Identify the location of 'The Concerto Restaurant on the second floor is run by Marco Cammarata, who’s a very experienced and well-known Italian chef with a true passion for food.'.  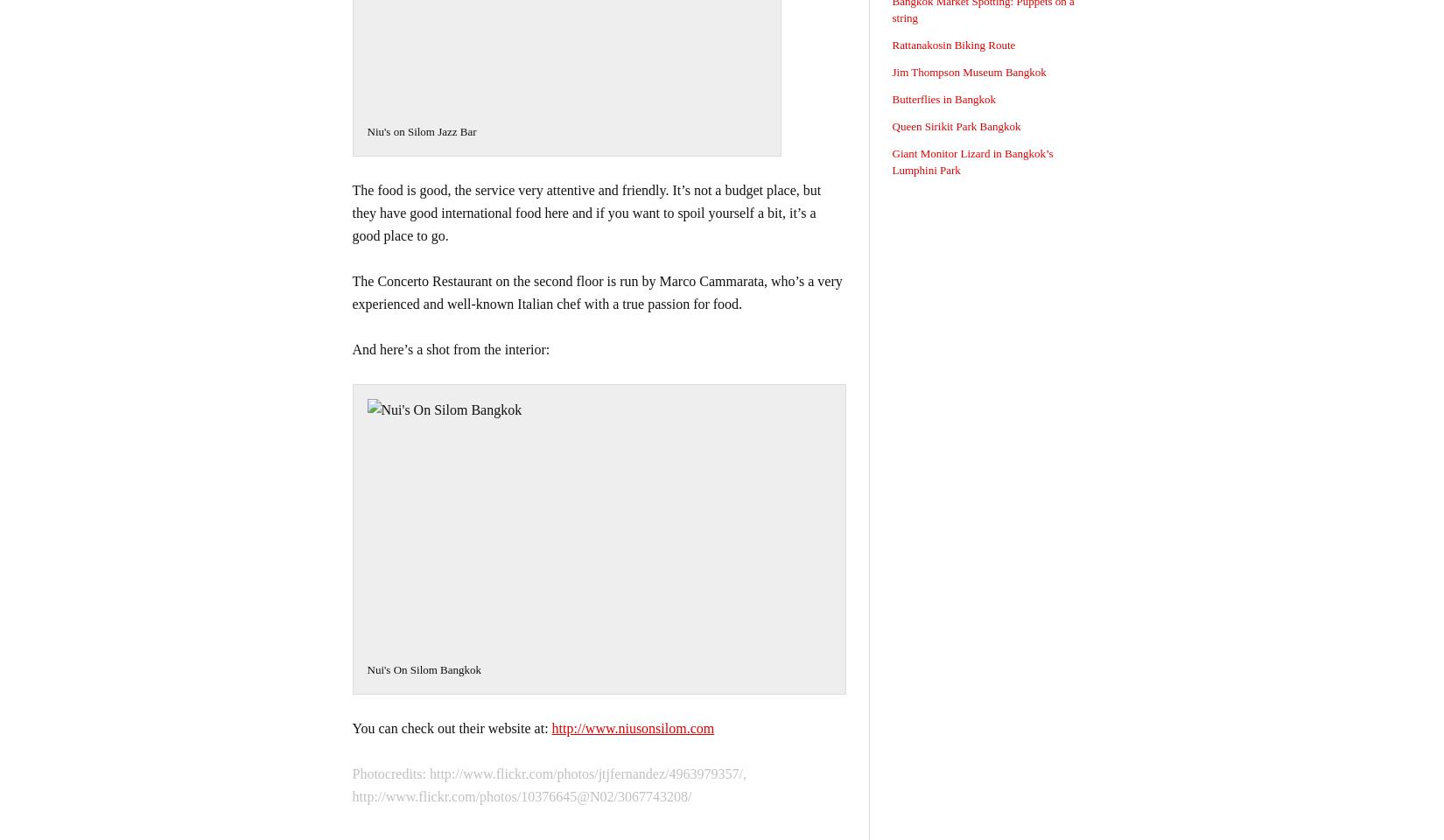
(595, 292).